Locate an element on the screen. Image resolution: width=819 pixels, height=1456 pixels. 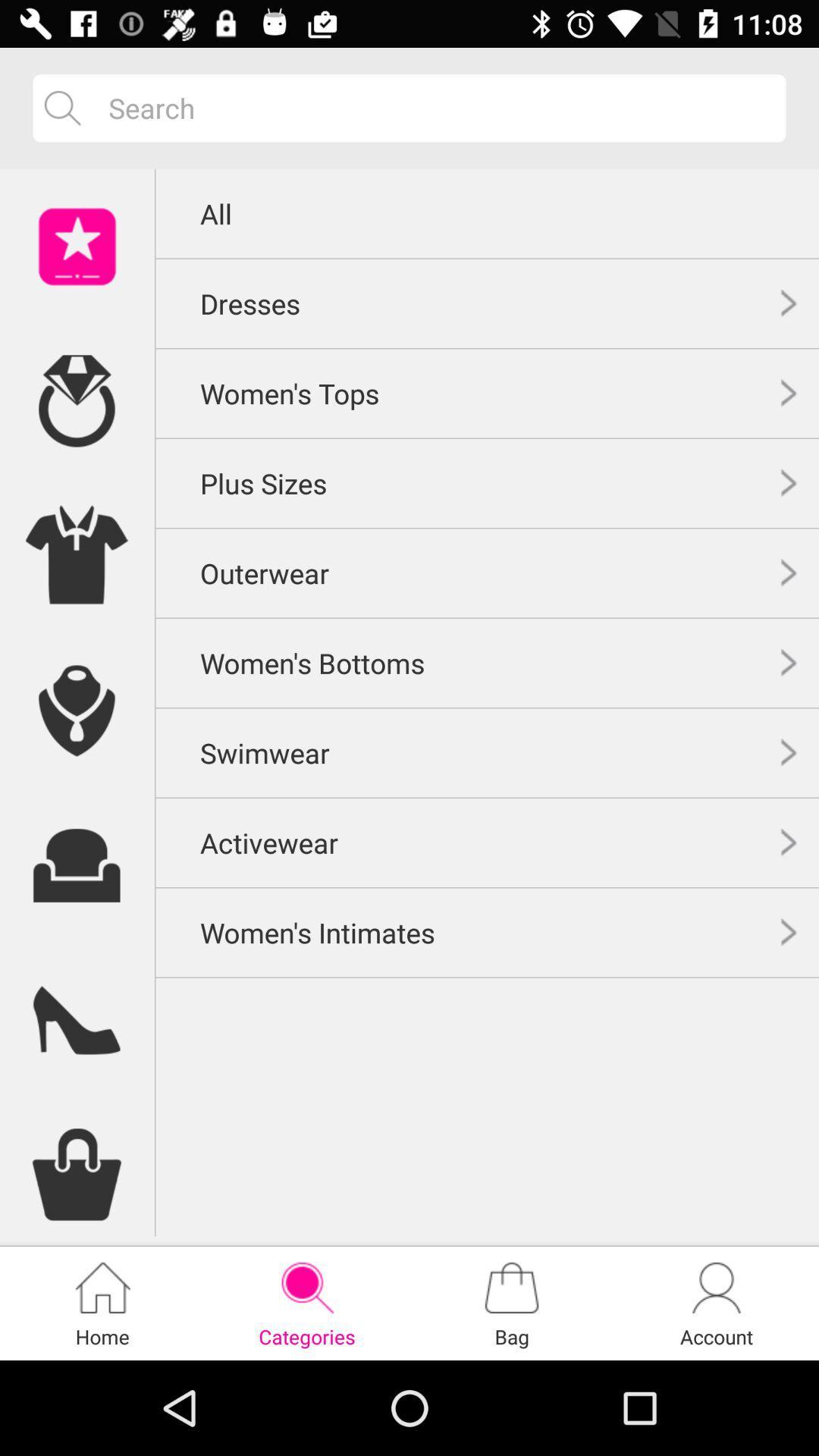
search is located at coordinates (435, 107).